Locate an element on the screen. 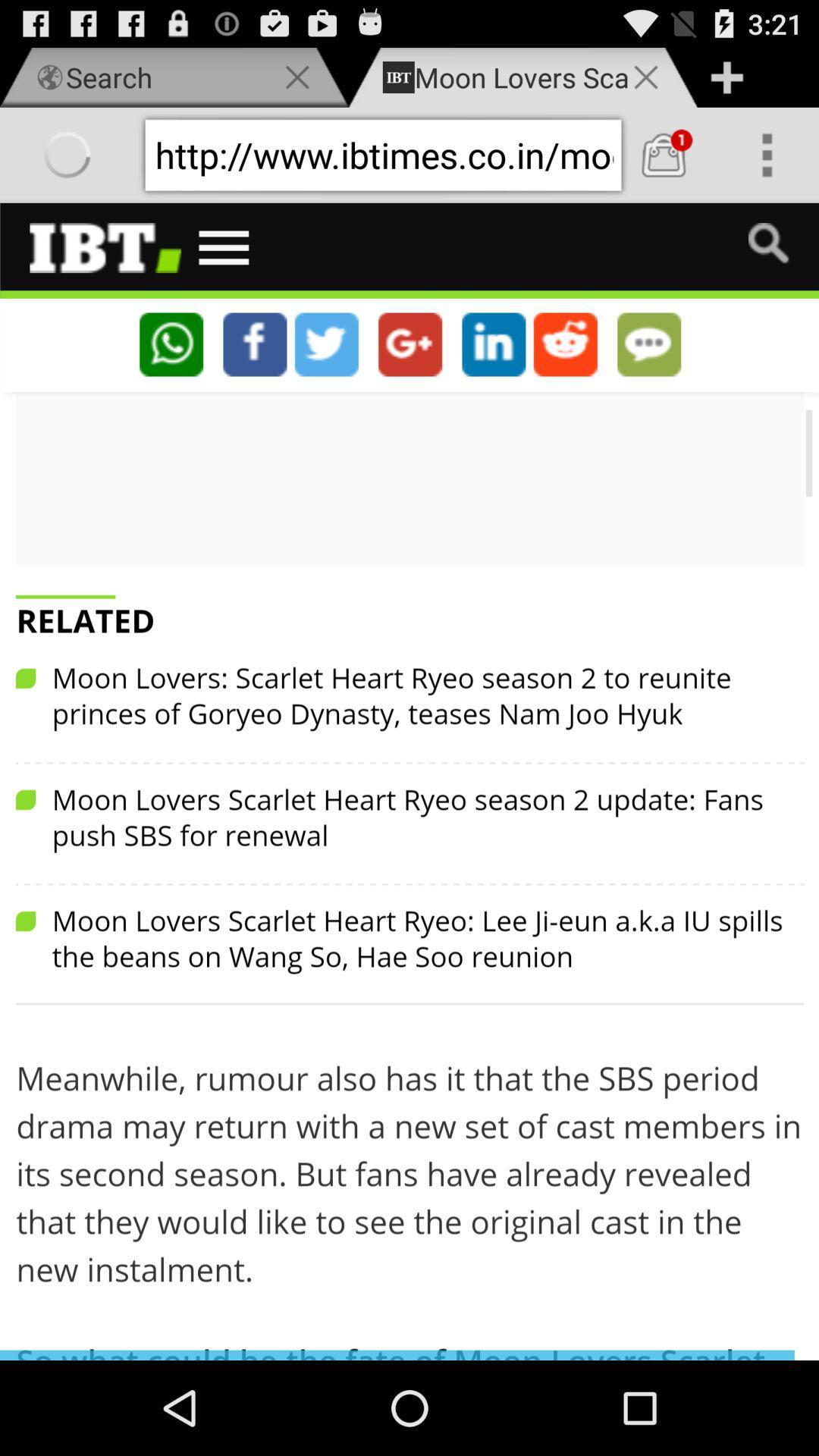 The height and width of the screenshot is (1456, 819). swipe screen is located at coordinates (409, 781).